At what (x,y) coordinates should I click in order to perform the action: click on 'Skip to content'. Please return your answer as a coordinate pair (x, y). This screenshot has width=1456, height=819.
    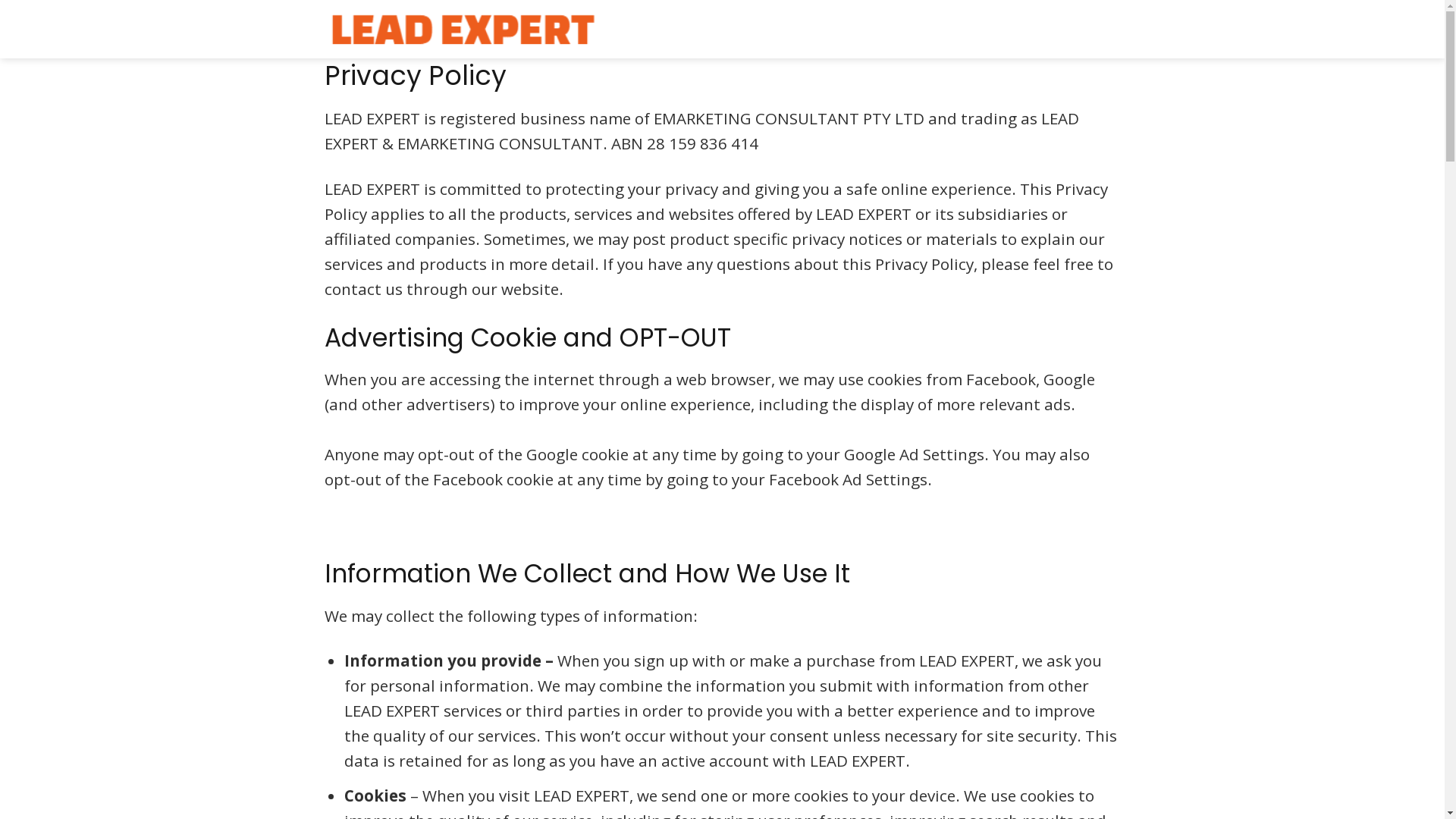
    Looking at the image, I should click on (0, 0).